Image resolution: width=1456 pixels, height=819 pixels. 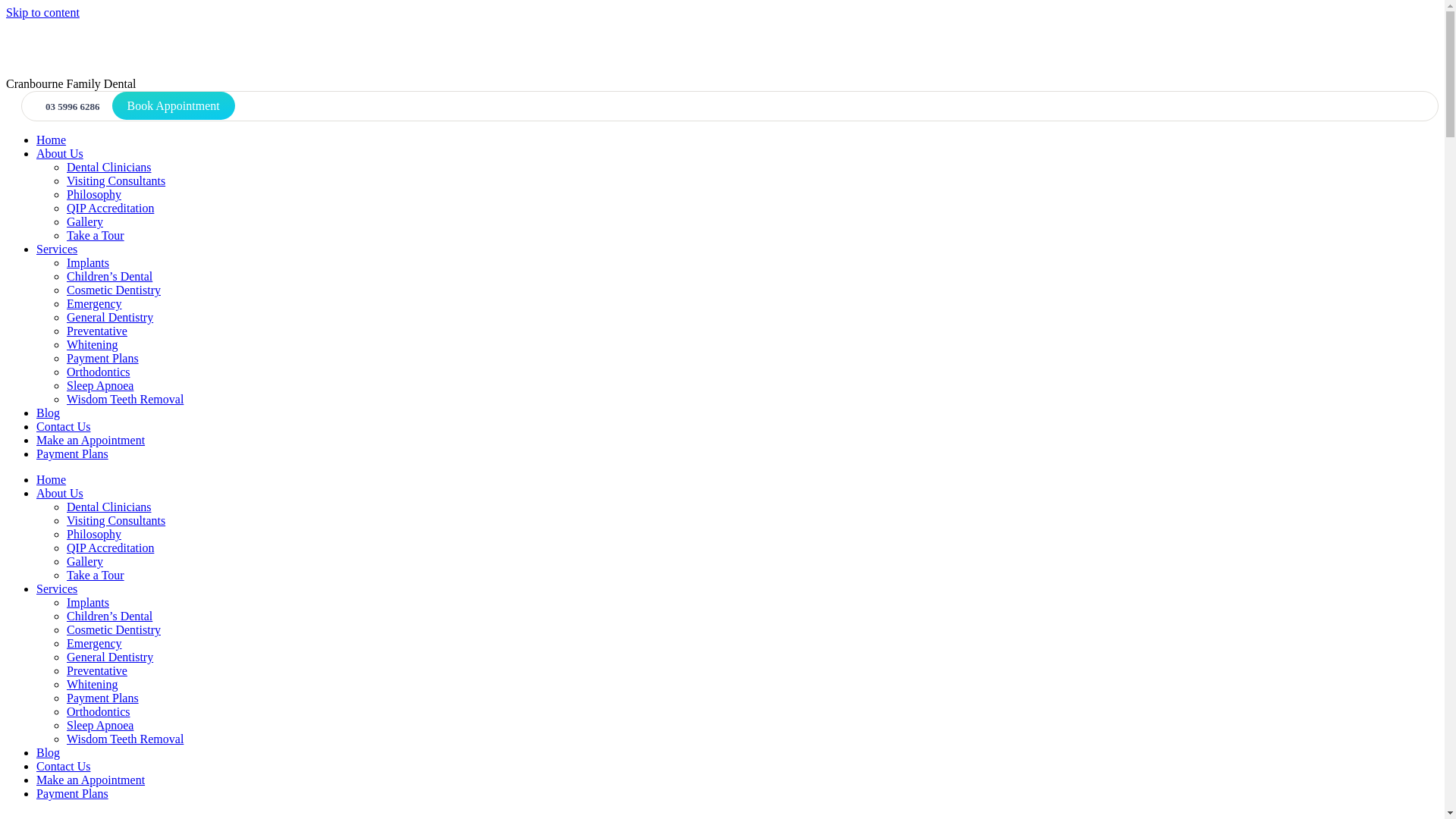 I want to click on 'Preventative', so click(x=96, y=330).